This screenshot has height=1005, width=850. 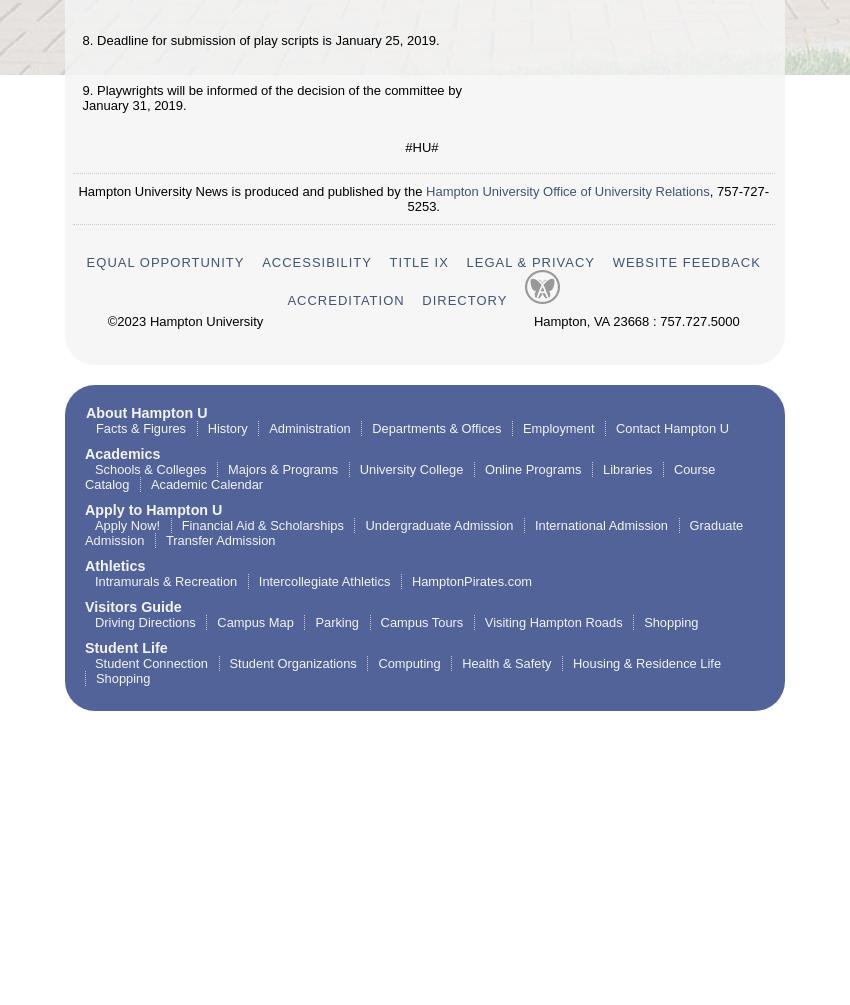 What do you see at coordinates (421, 620) in the screenshot?
I see `'Campus Tours'` at bounding box center [421, 620].